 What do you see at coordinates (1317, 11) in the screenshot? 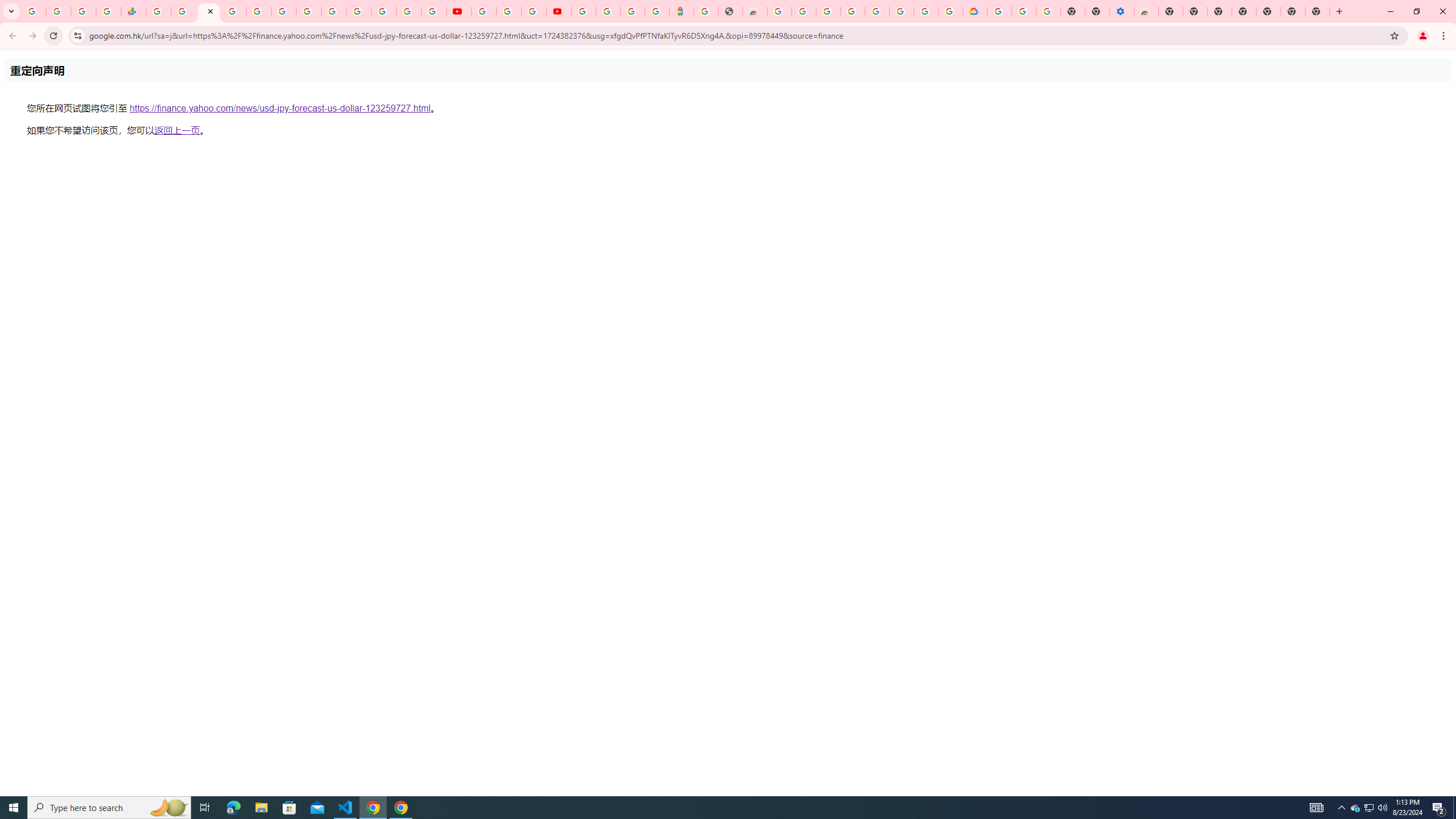
I see `'New Tab'` at bounding box center [1317, 11].